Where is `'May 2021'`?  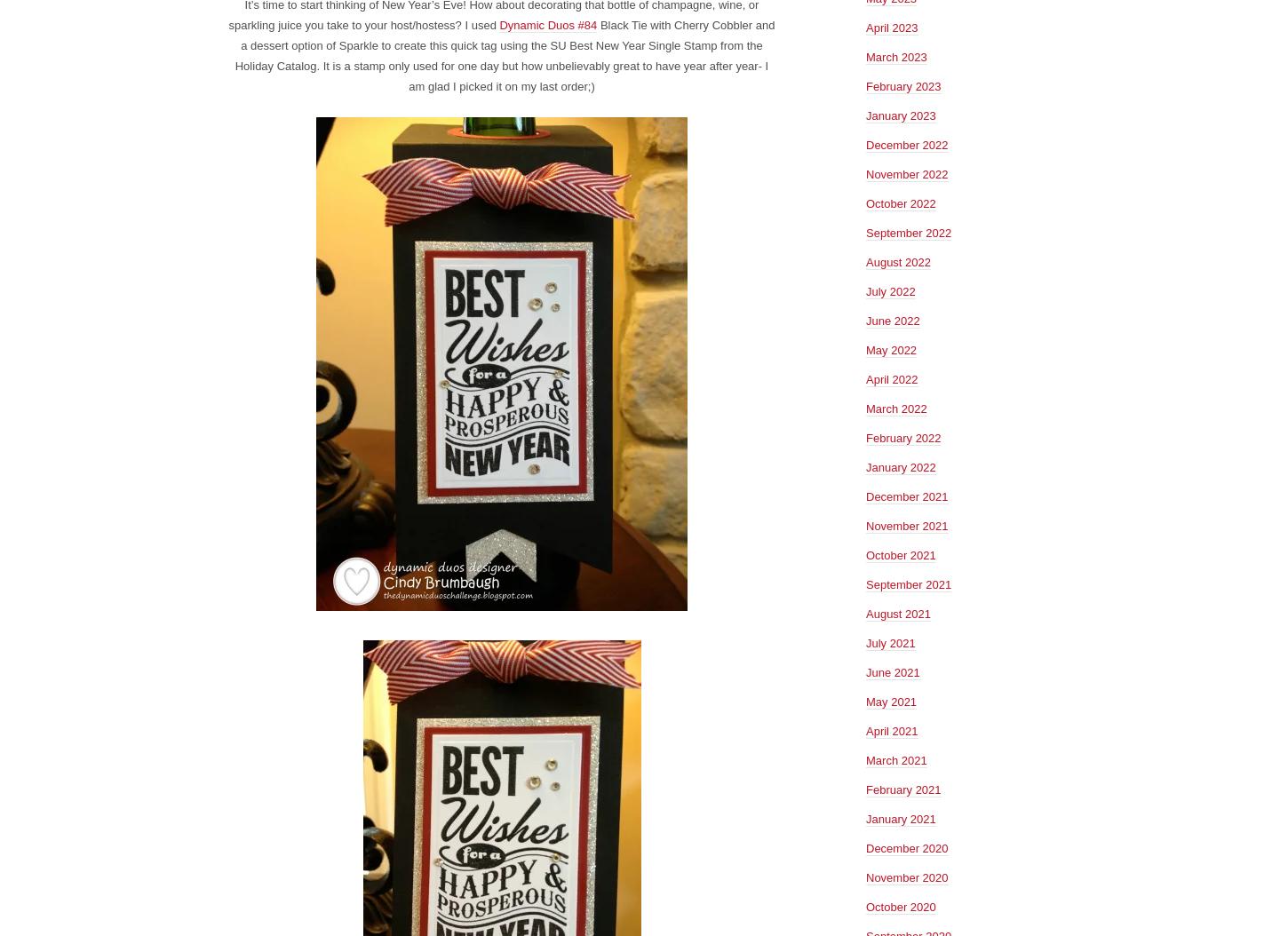 'May 2021' is located at coordinates (865, 701).